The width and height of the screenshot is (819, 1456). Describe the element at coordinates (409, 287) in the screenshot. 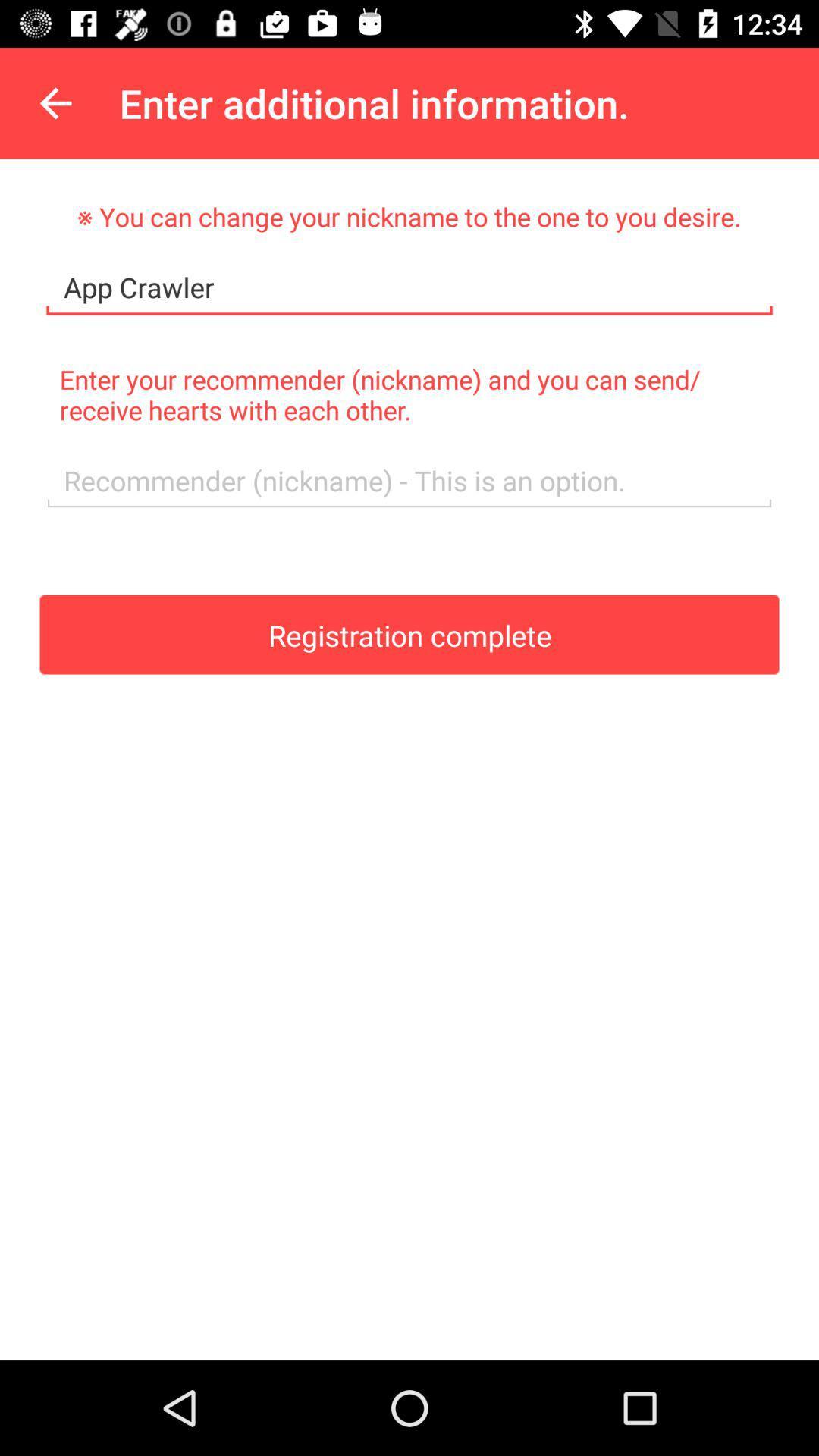

I see `app crawler item` at that location.